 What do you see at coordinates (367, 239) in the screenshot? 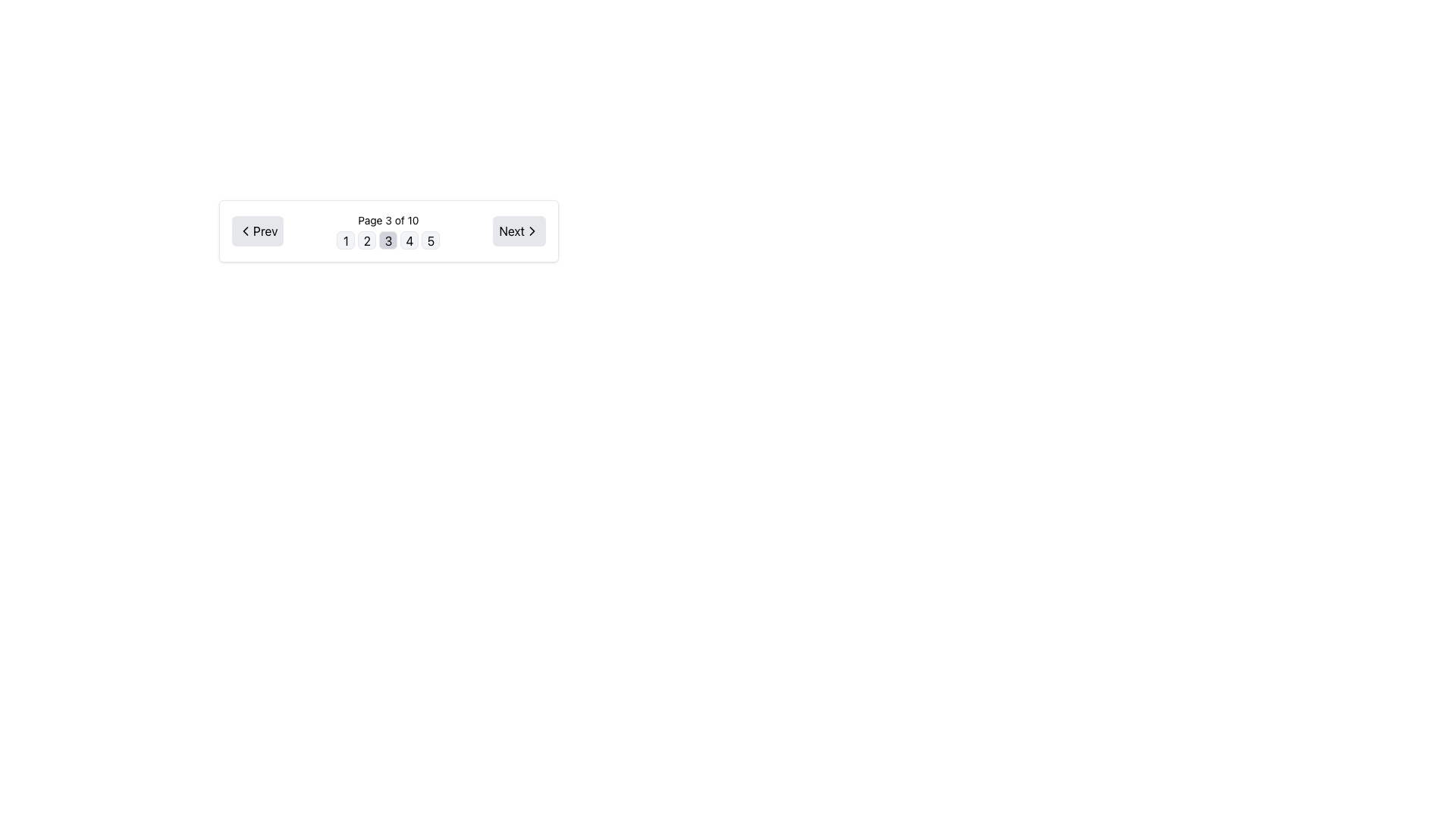
I see `the button labeled '2' which is a small rectangular box with a light gray background and black text` at bounding box center [367, 239].